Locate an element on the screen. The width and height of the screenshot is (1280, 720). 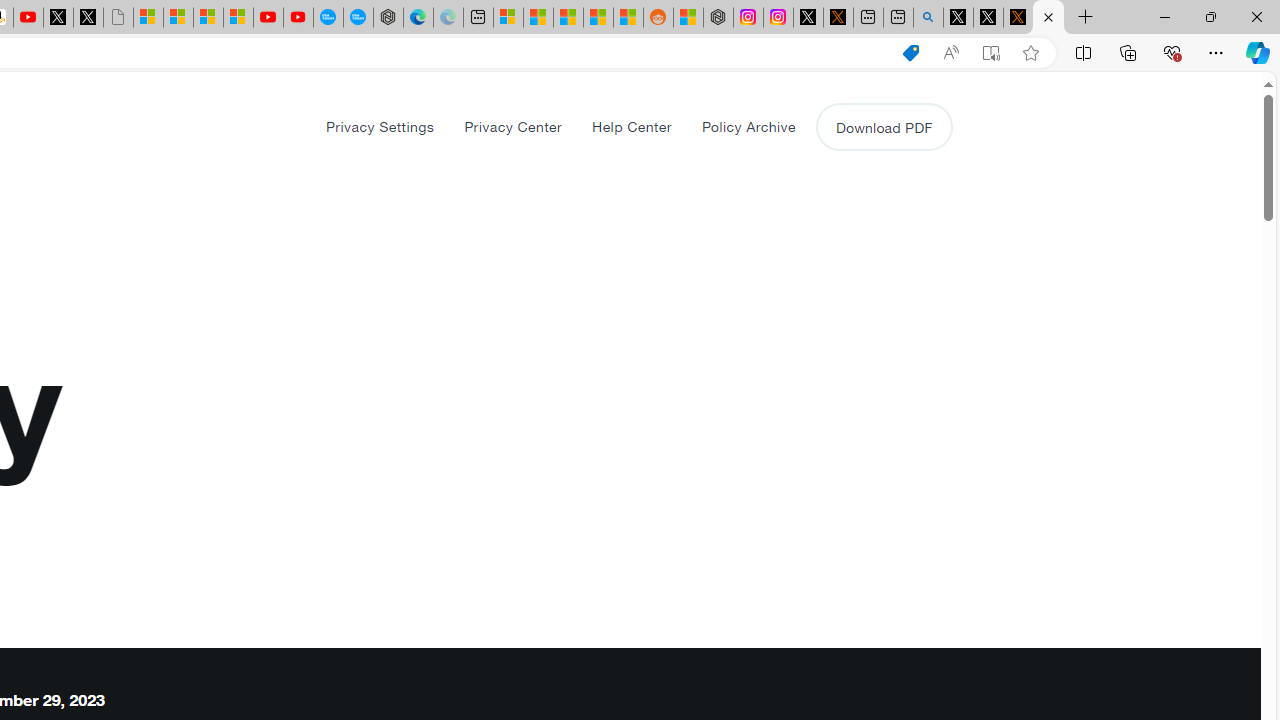
'GitHub (@github) / X' is located at coordinates (988, 17).